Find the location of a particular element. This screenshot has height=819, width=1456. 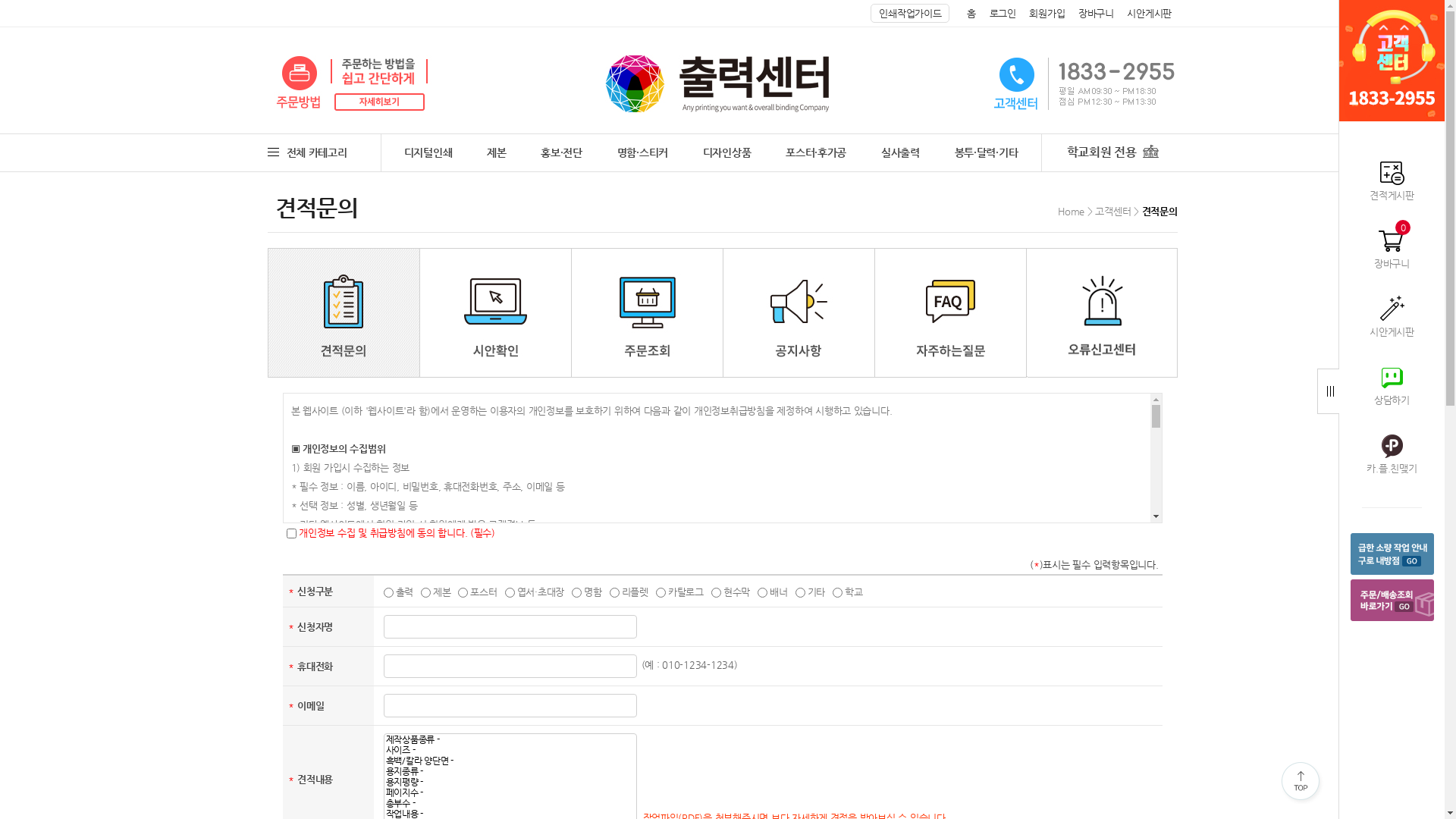

'Home' is located at coordinates (1057, 211).